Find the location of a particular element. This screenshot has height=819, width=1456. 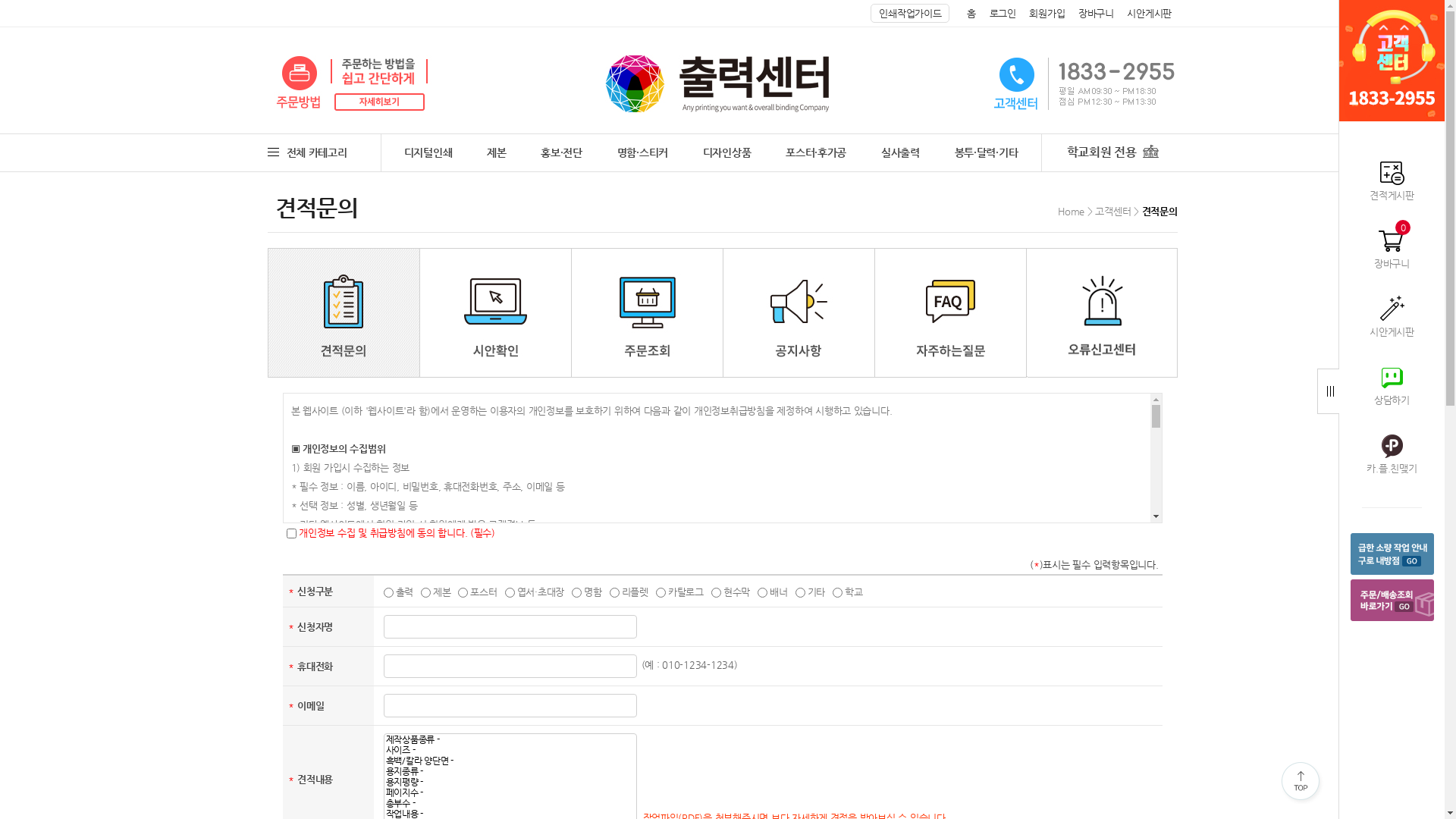

'Home' is located at coordinates (1057, 211).